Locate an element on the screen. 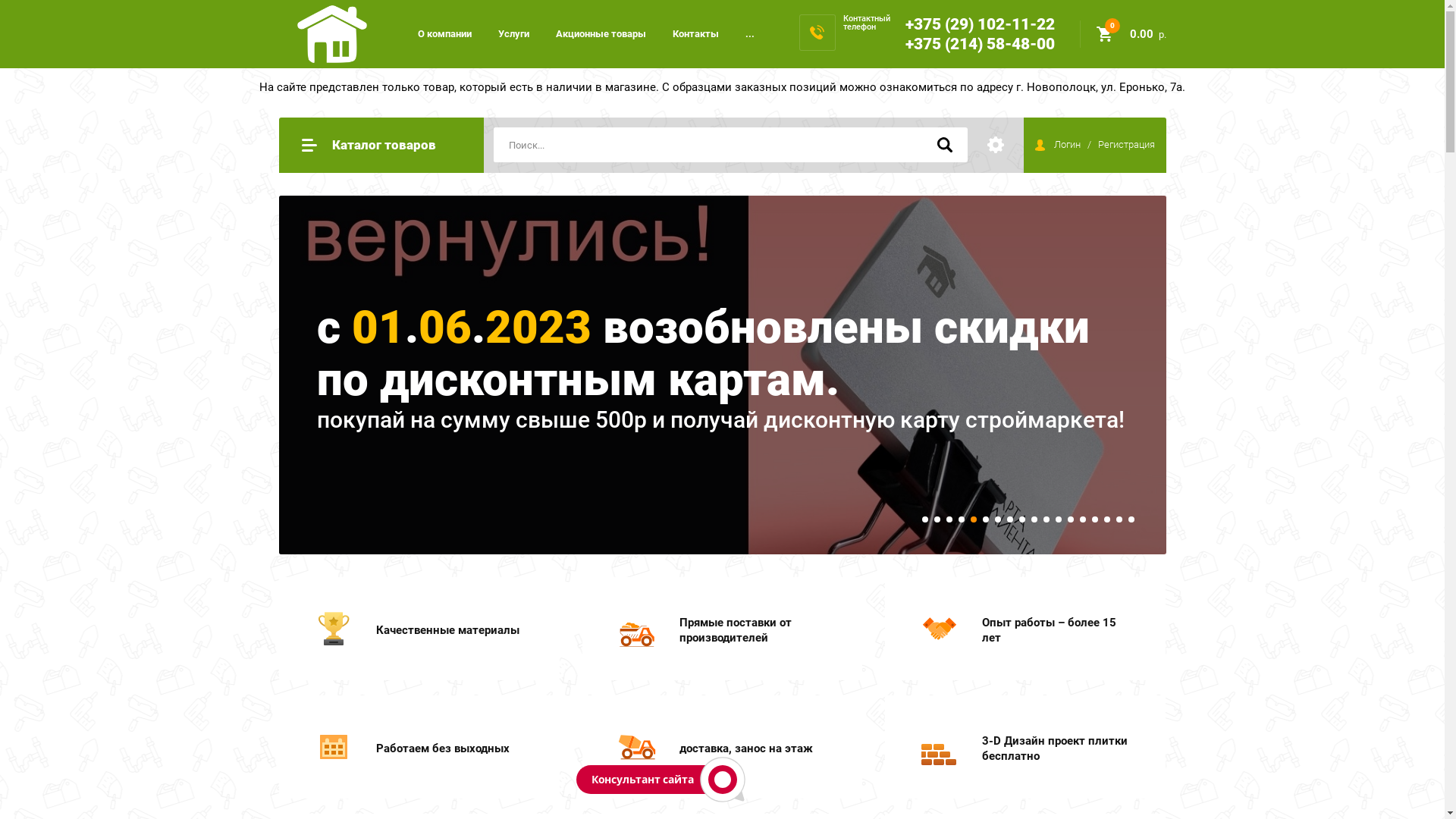 Image resolution: width=1456 pixels, height=819 pixels. '13' is located at coordinates (1069, 519).